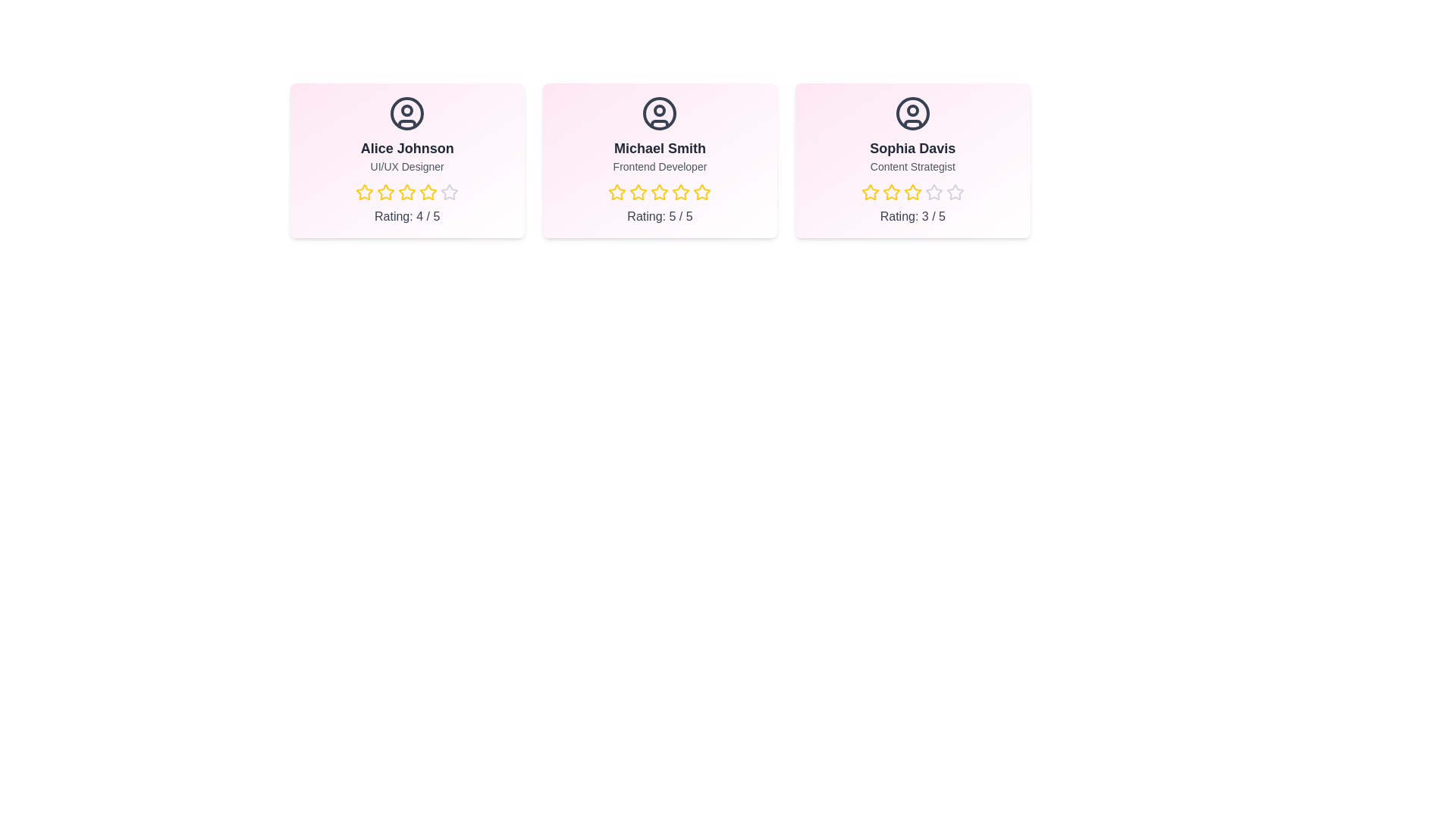 This screenshot has height=819, width=1456. I want to click on the star corresponding to 5 stars for the team member Alice Johnson, so click(449, 192).